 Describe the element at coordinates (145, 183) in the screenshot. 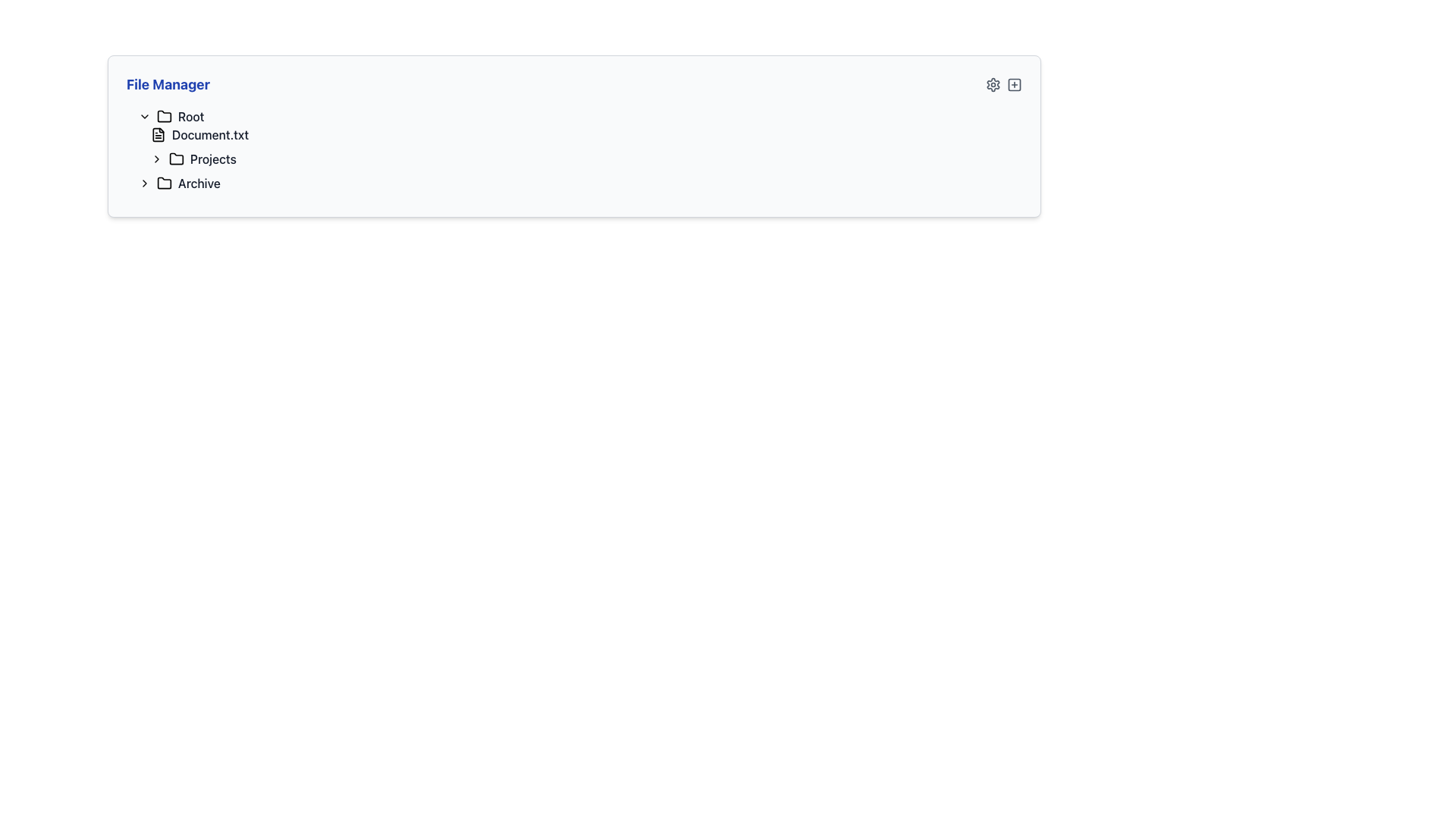

I see `the Chevron icon button located to the left of the 'Archive' folder label` at that location.